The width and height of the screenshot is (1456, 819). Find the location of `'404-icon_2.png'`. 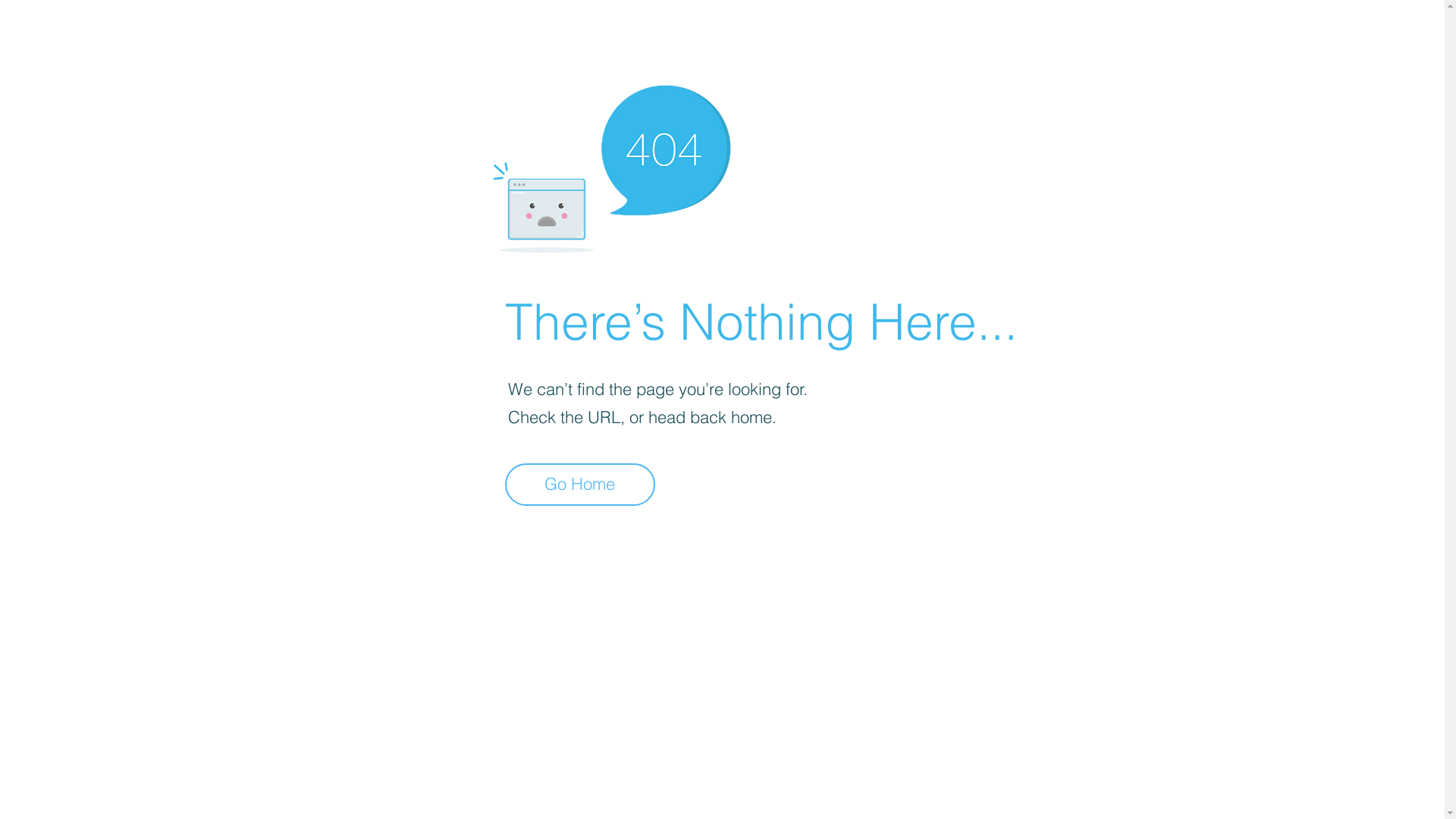

'404-icon_2.png' is located at coordinates (610, 165).